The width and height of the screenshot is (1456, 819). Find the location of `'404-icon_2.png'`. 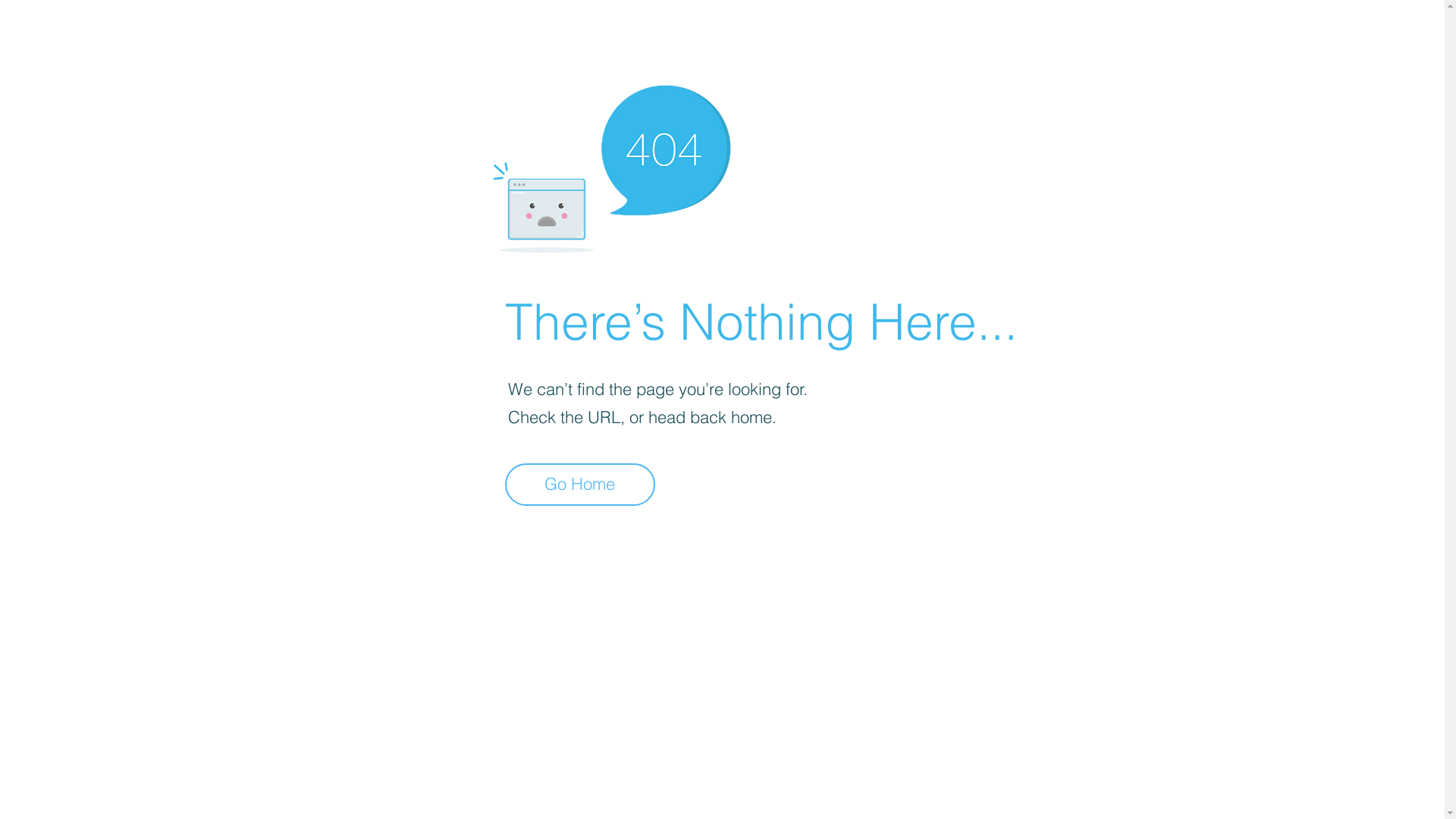

'404-icon_2.png' is located at coordinates (610, 165).